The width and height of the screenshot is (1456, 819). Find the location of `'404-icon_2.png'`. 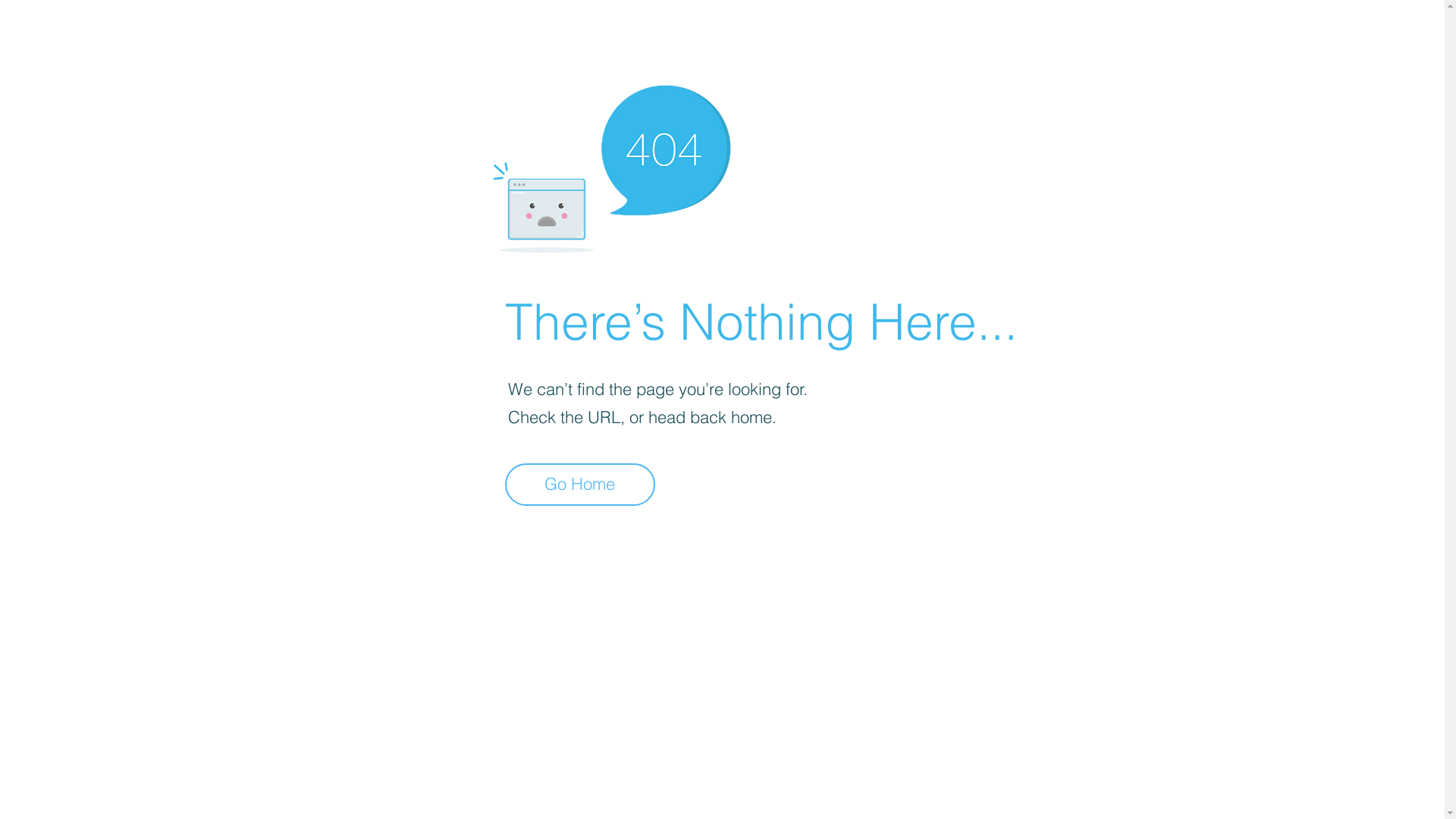

'404-icon_2.png' is located at coordinates (610, 165).